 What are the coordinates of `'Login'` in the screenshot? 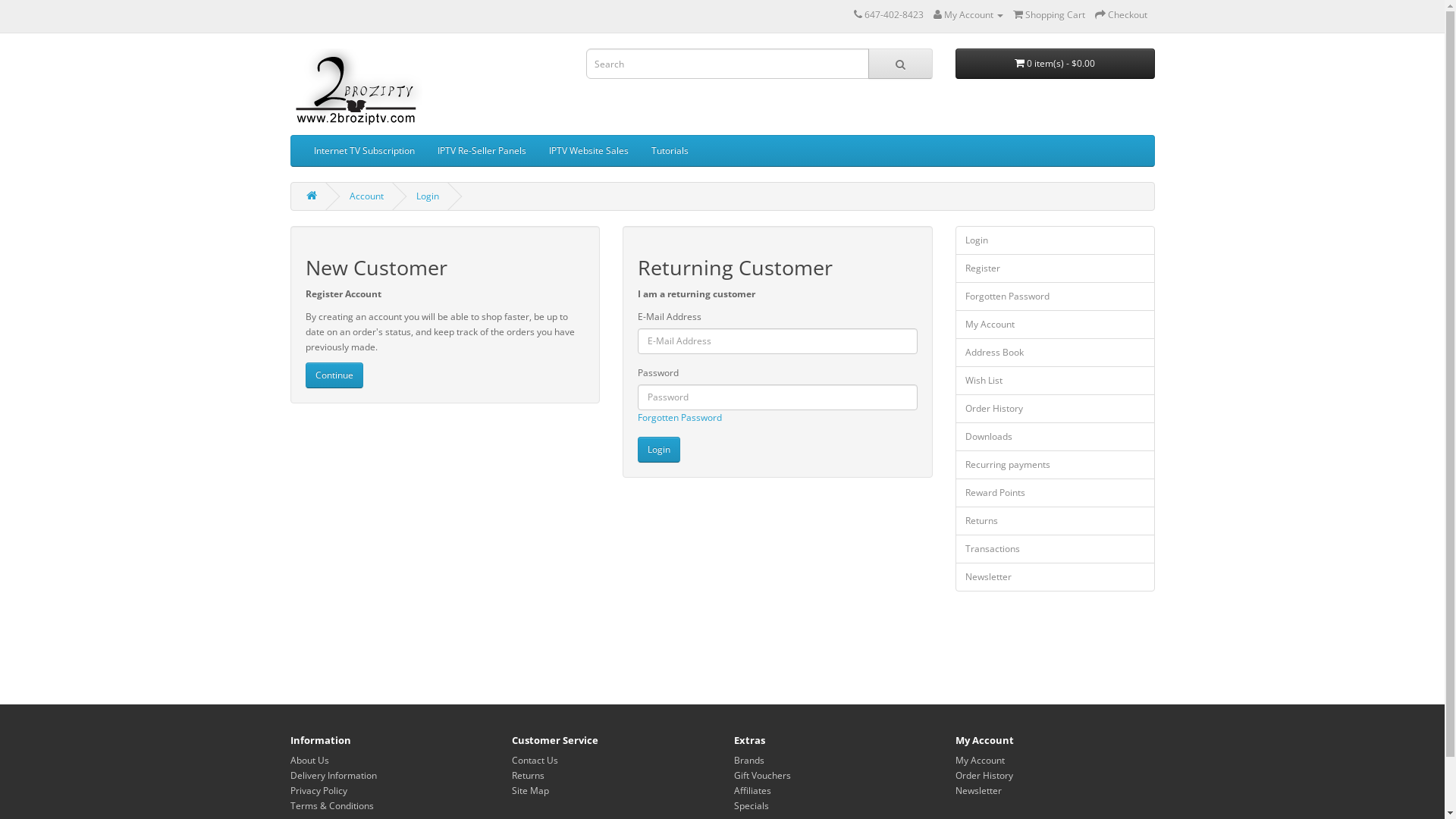 It's located at (637, 449).